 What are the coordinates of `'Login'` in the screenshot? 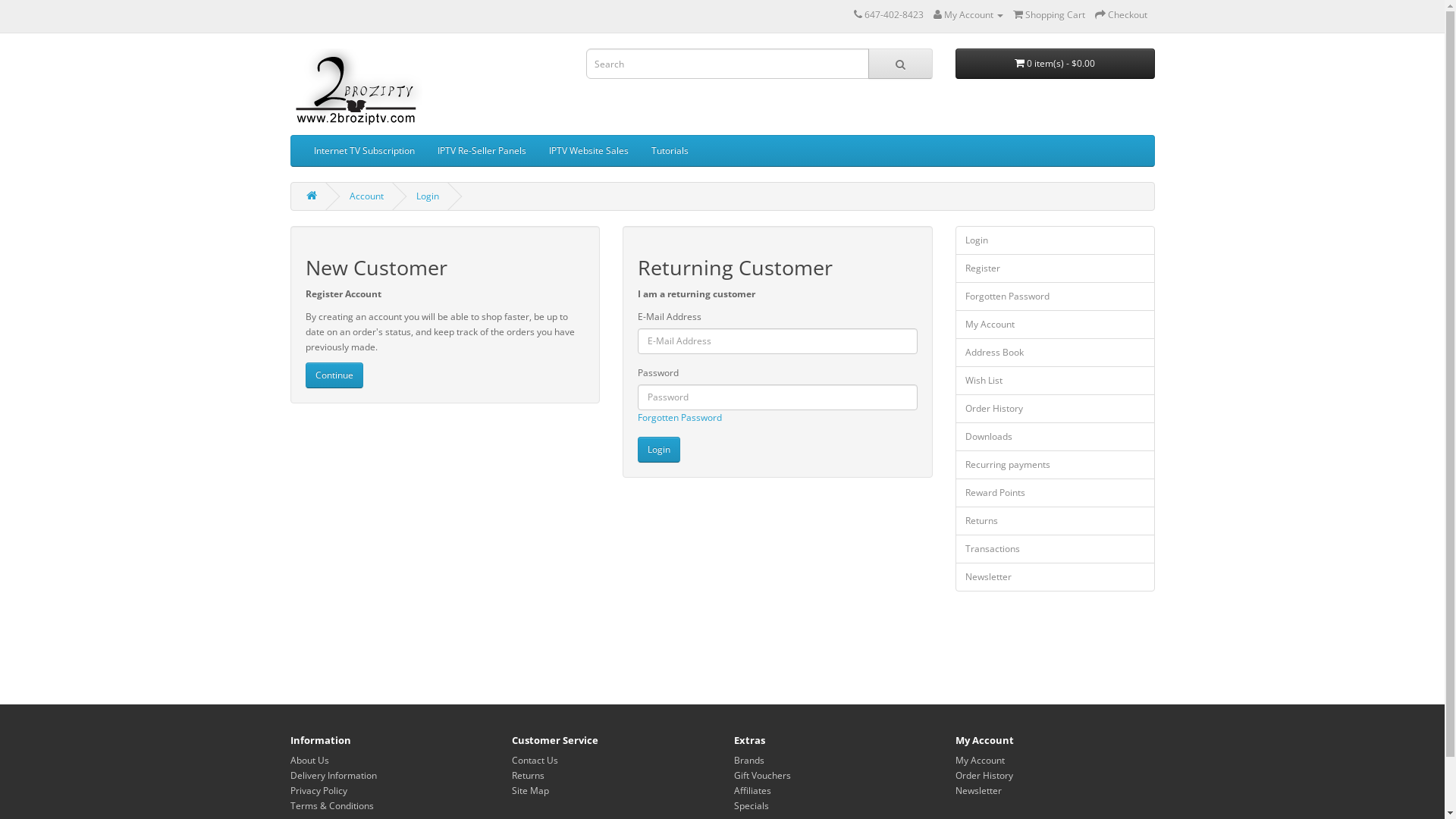 It's located at (637, 449).